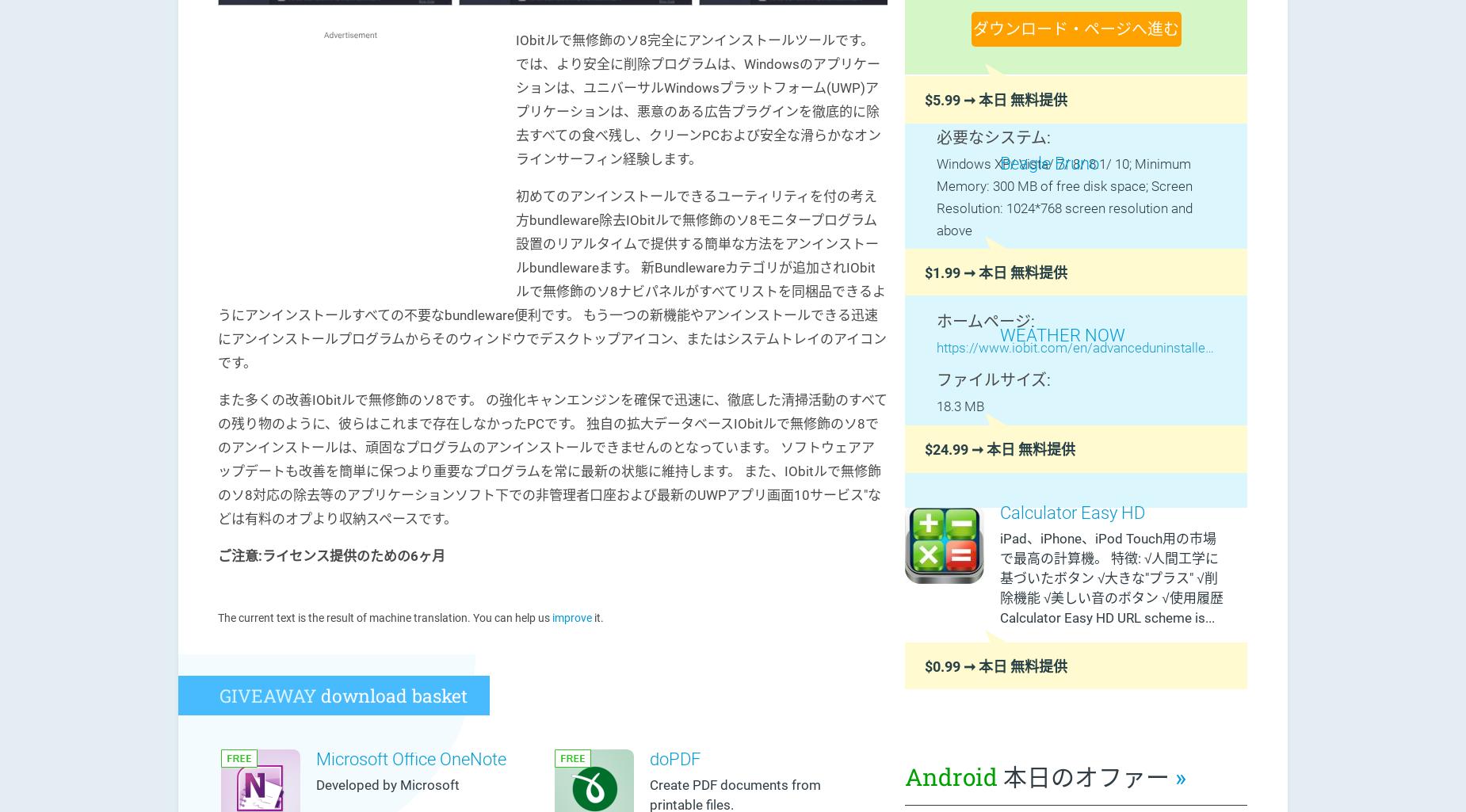 The height and width of the screenshot is (812, 1466). Describe the element at coordinates (315, 758) in the screenshot. I see `'Microsoft Office OneNote'` at that location.